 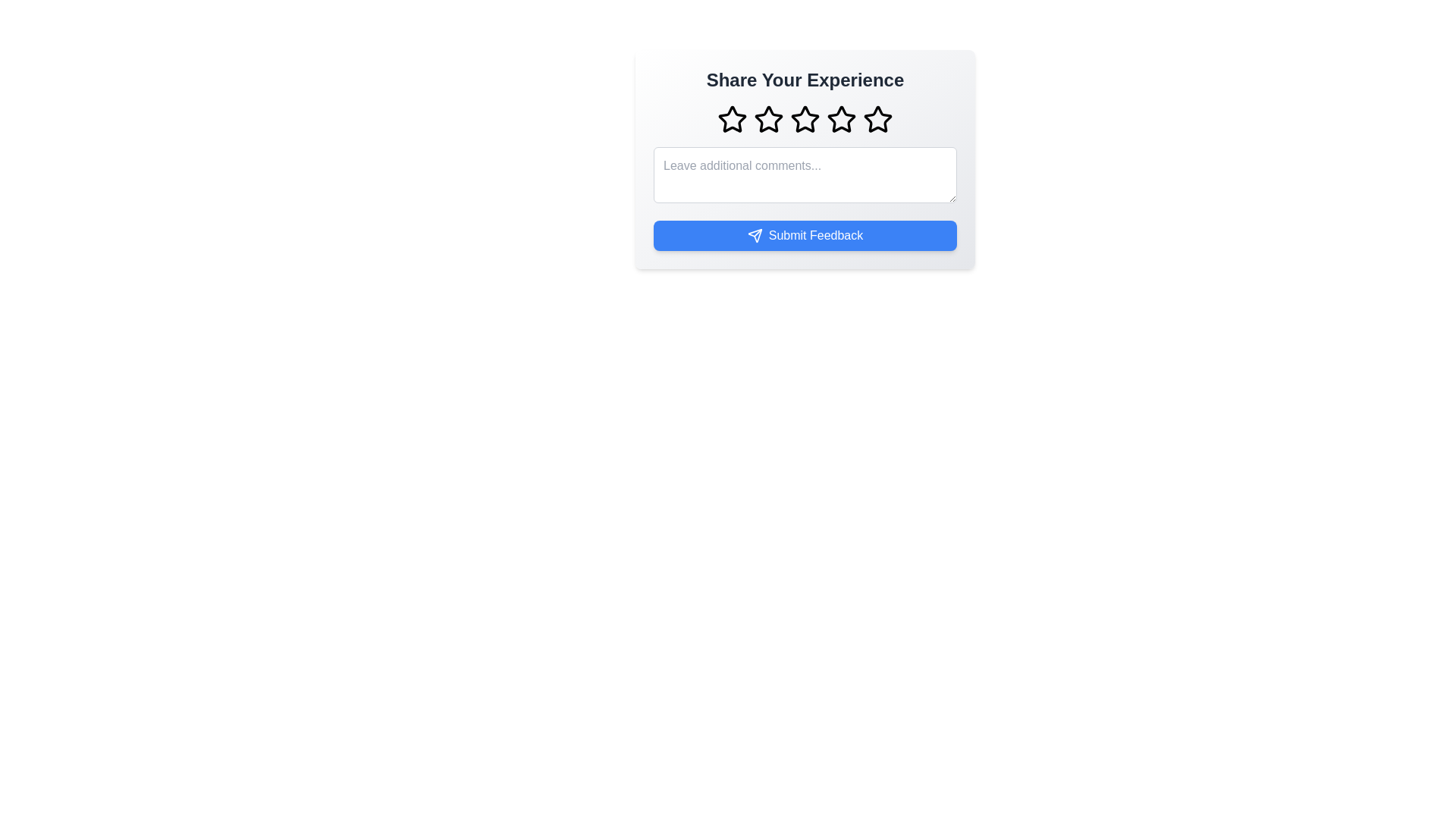 I want to click on the fifth star-shaped icon in the feedback rating interface to rate it, so click(x=877, y=119).